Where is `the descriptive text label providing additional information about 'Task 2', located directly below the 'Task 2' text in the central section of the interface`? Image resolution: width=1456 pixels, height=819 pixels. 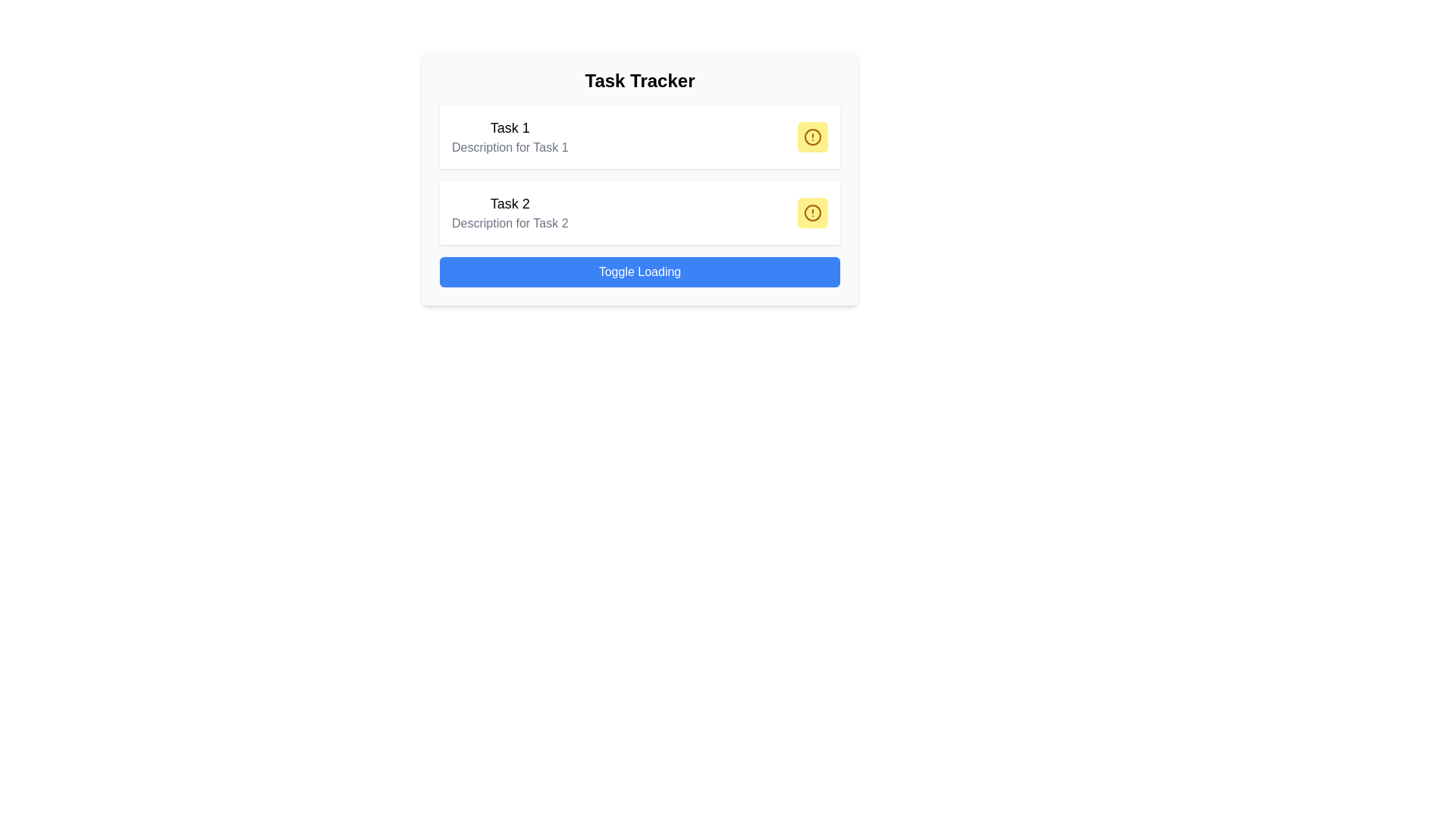 the descriptive text label providing additional information about 'Task 2', located directly below the 'Task 2' text in the central section of the interface is located at coordinates (510, 223).